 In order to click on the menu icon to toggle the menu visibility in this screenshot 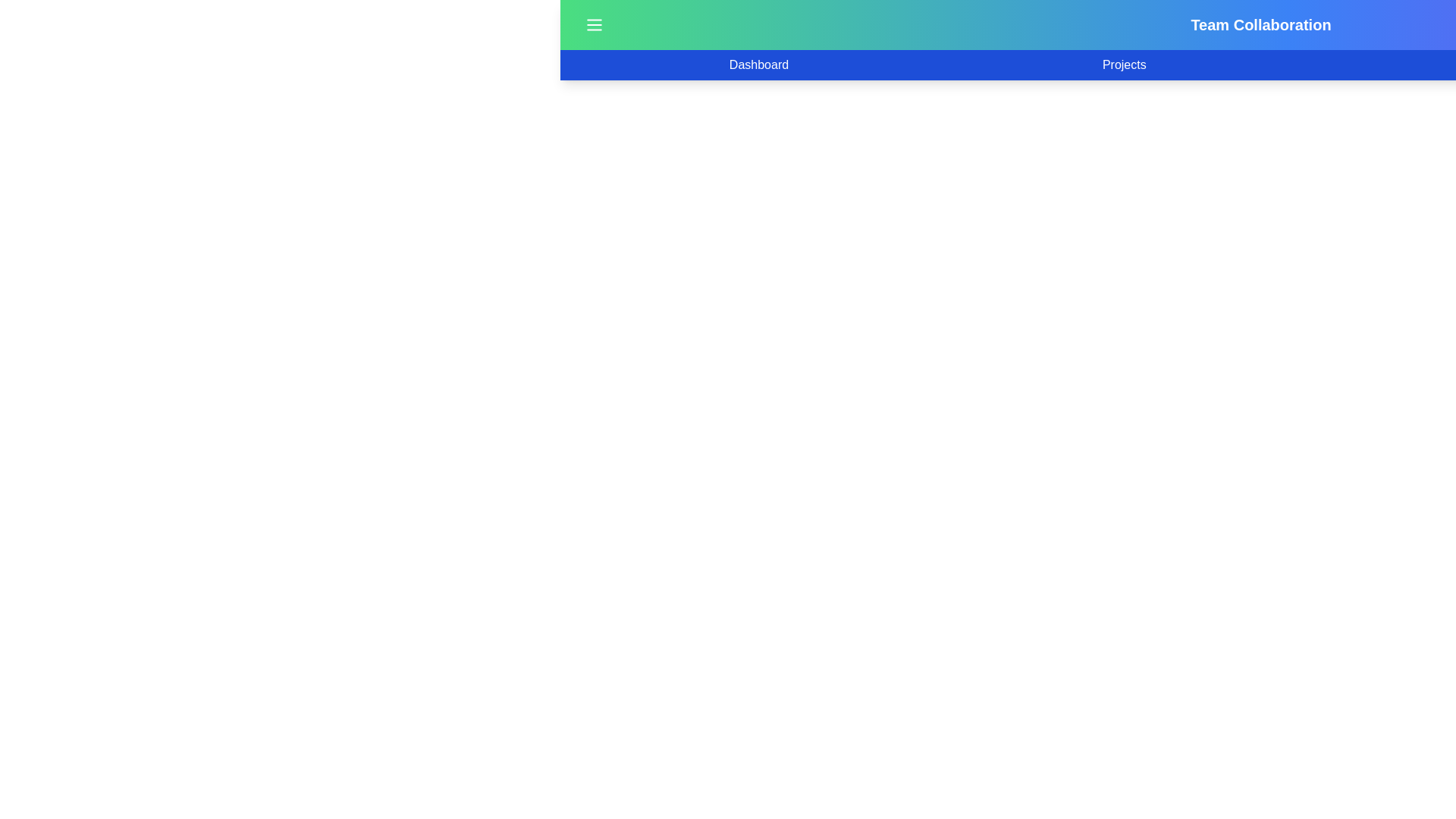, I will do `click(593, 25)`.